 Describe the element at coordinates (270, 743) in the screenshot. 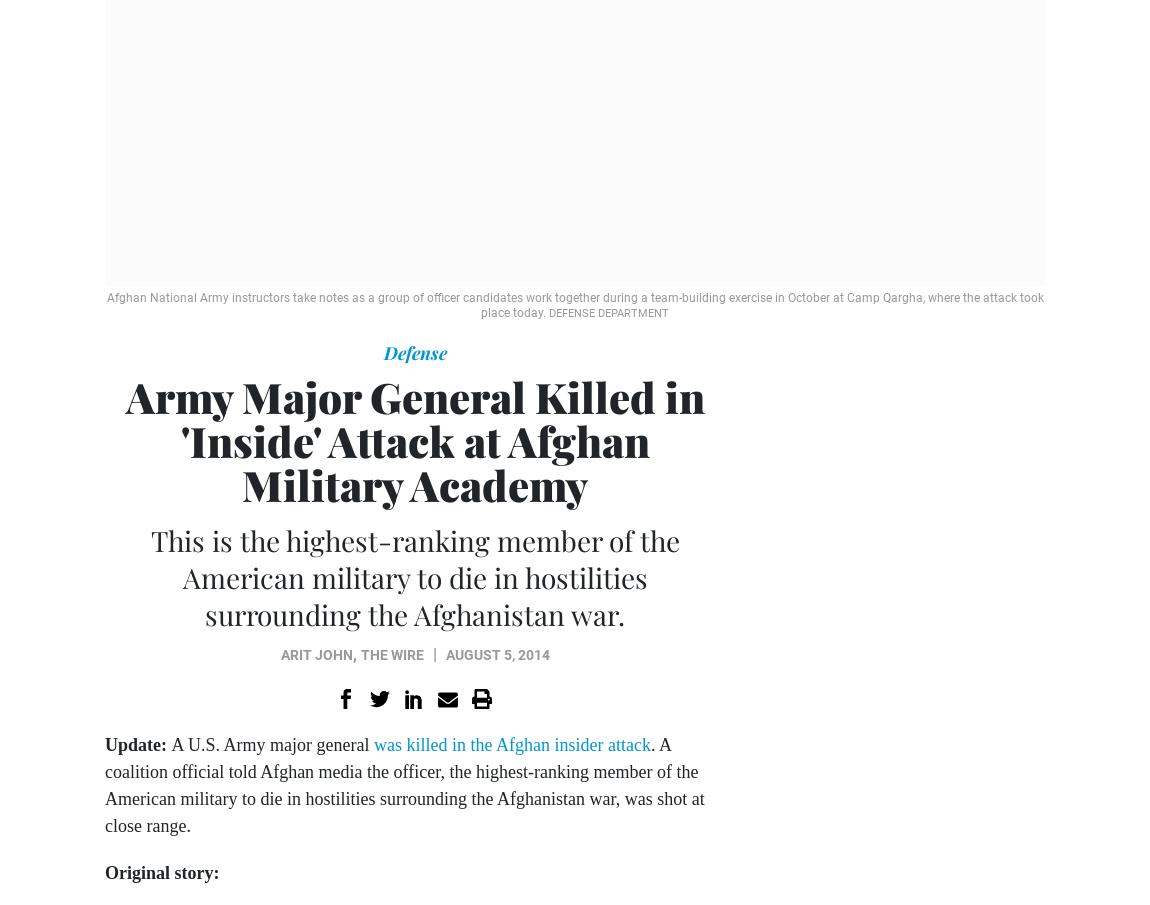

I see `'A U.S. Army major general'` at that location.